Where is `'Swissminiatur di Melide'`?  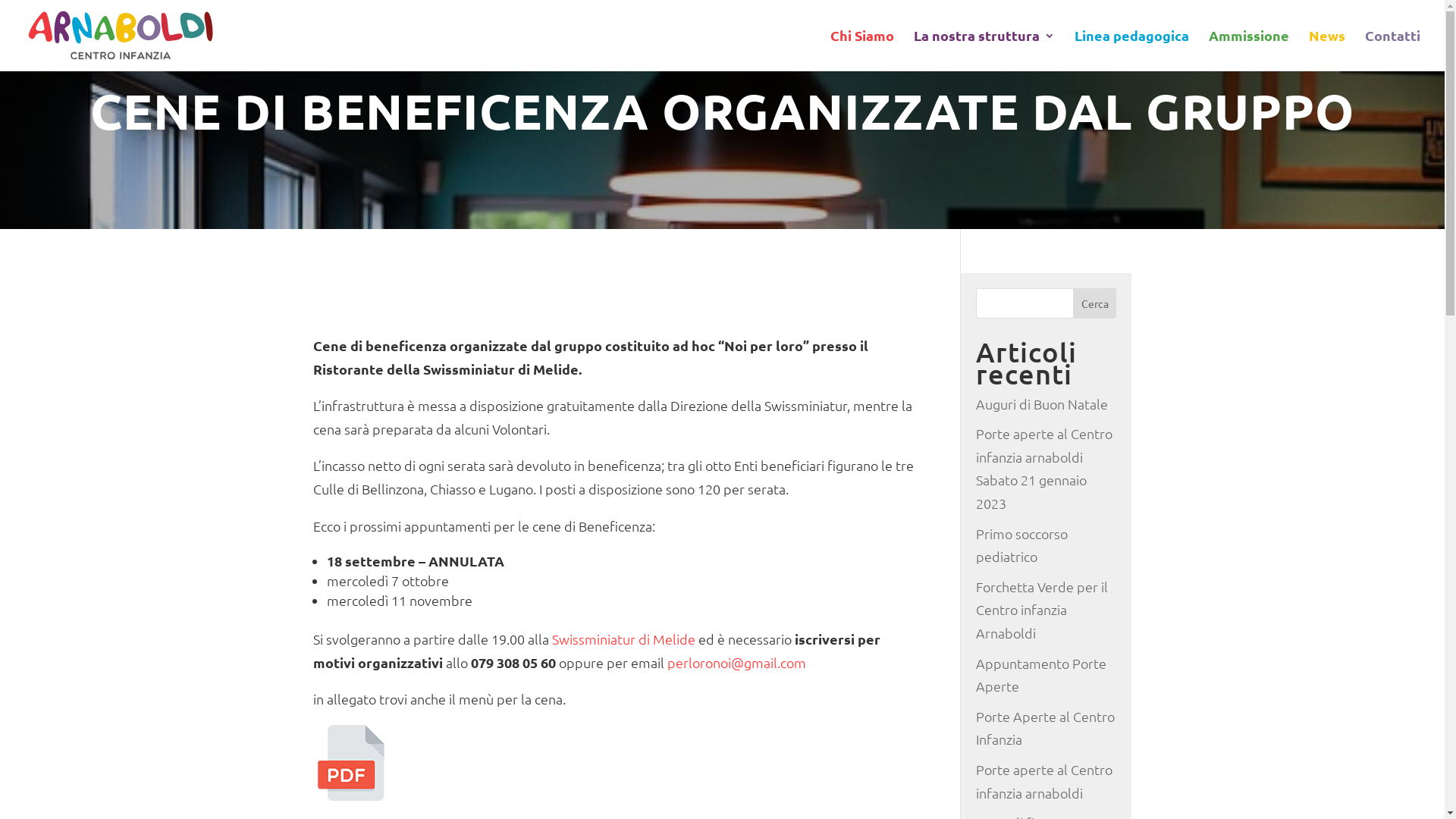
'Swissminiatur di Melide' is located at coordinates (623, 639).